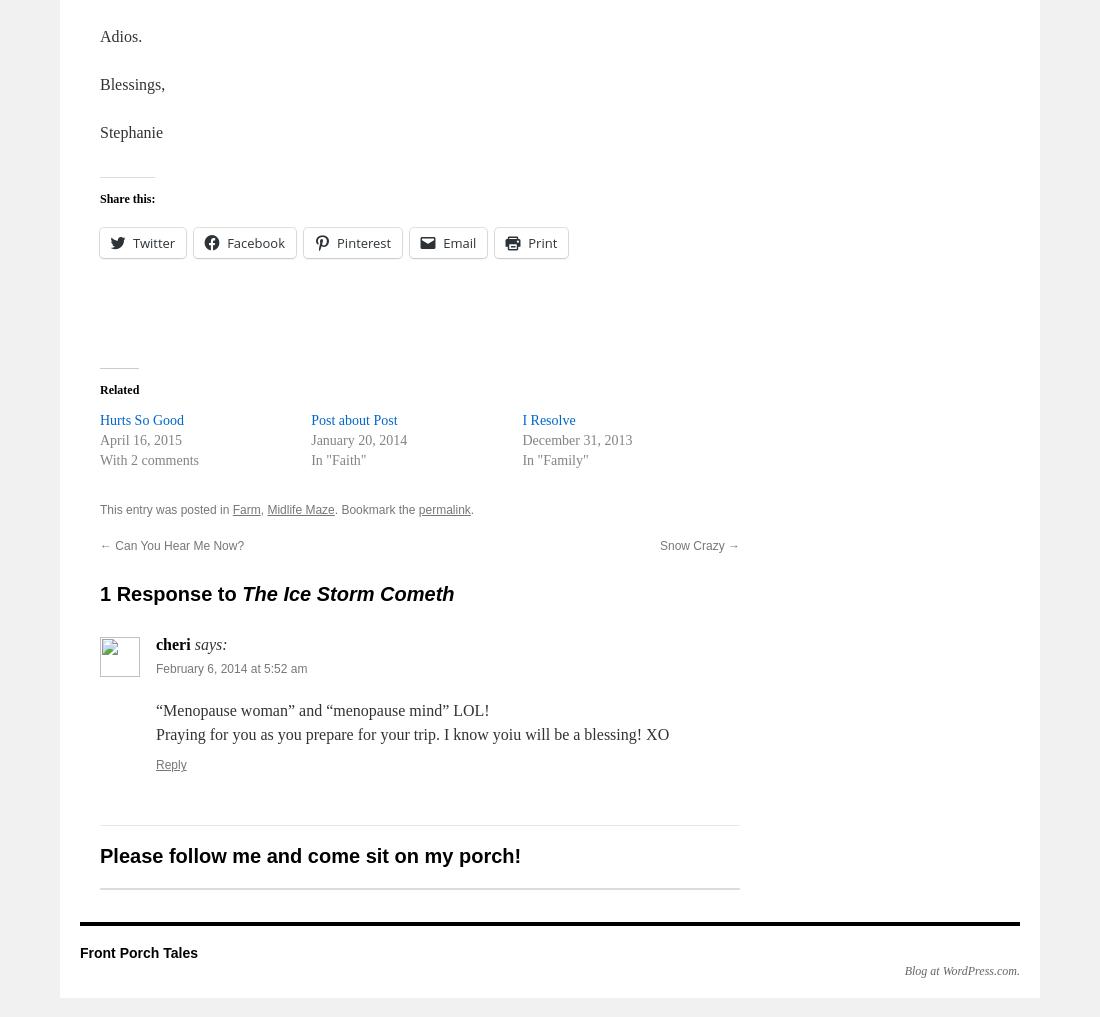  I want to click on '1 Response to', so click(170, 593).